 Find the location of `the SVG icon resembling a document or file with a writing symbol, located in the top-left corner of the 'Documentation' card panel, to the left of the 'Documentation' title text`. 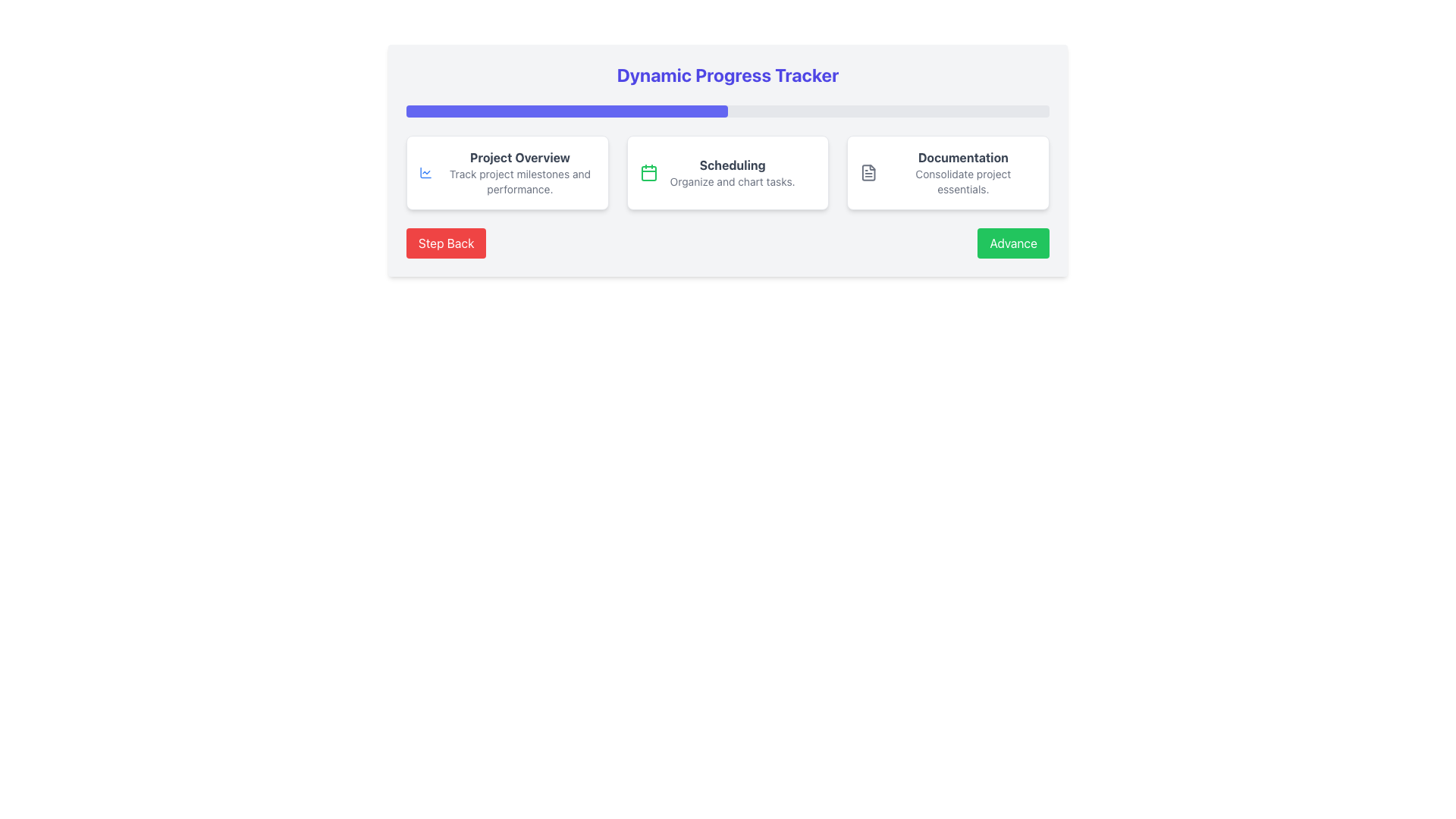

the SVG icon resembling a document or file with a writing symbol, located in the top-left corner of the 'Documentation' card panel, to the left of the 'Documentation' title text is located at coordinates (869, 171).